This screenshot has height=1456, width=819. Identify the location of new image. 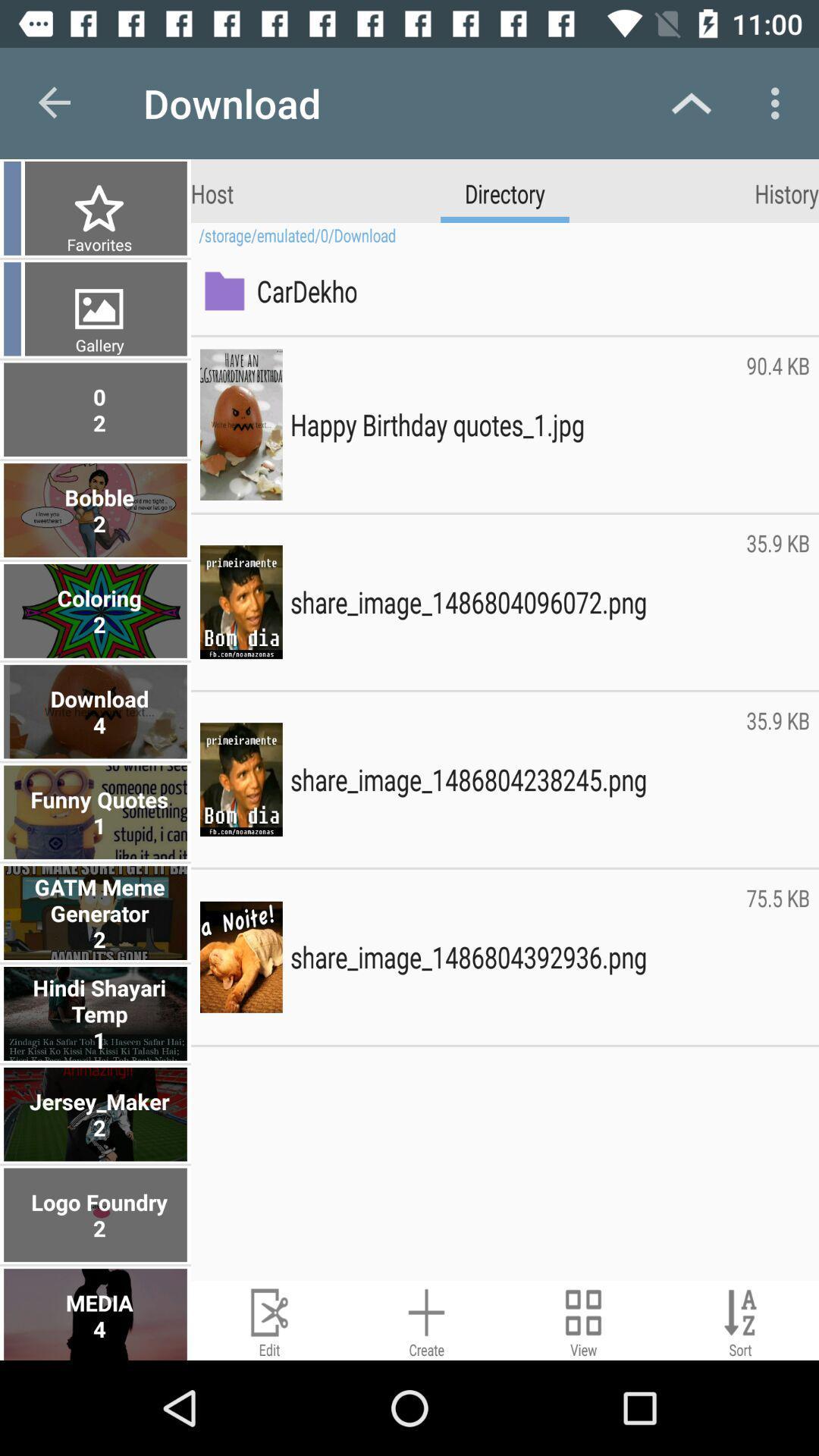
(426, 1319).